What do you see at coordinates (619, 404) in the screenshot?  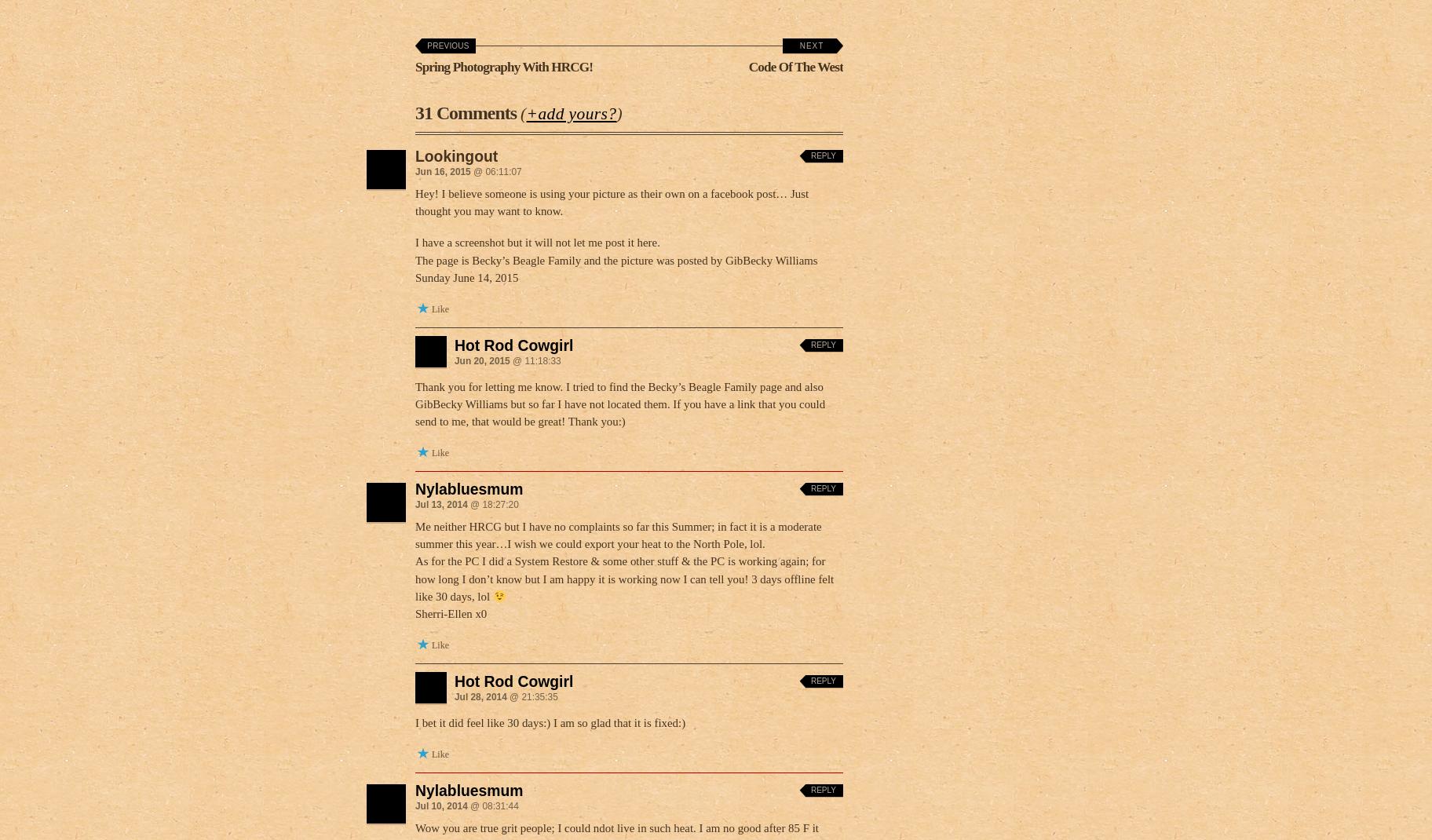 I see `'Thank you for letting me know. I tried to find the Becky’s Beagle Family page and also GibBecky Williams but so far I have not located them. If you have a link that you could send to me, that would be great! Thank you:)'` at bounding box center [619, 404].